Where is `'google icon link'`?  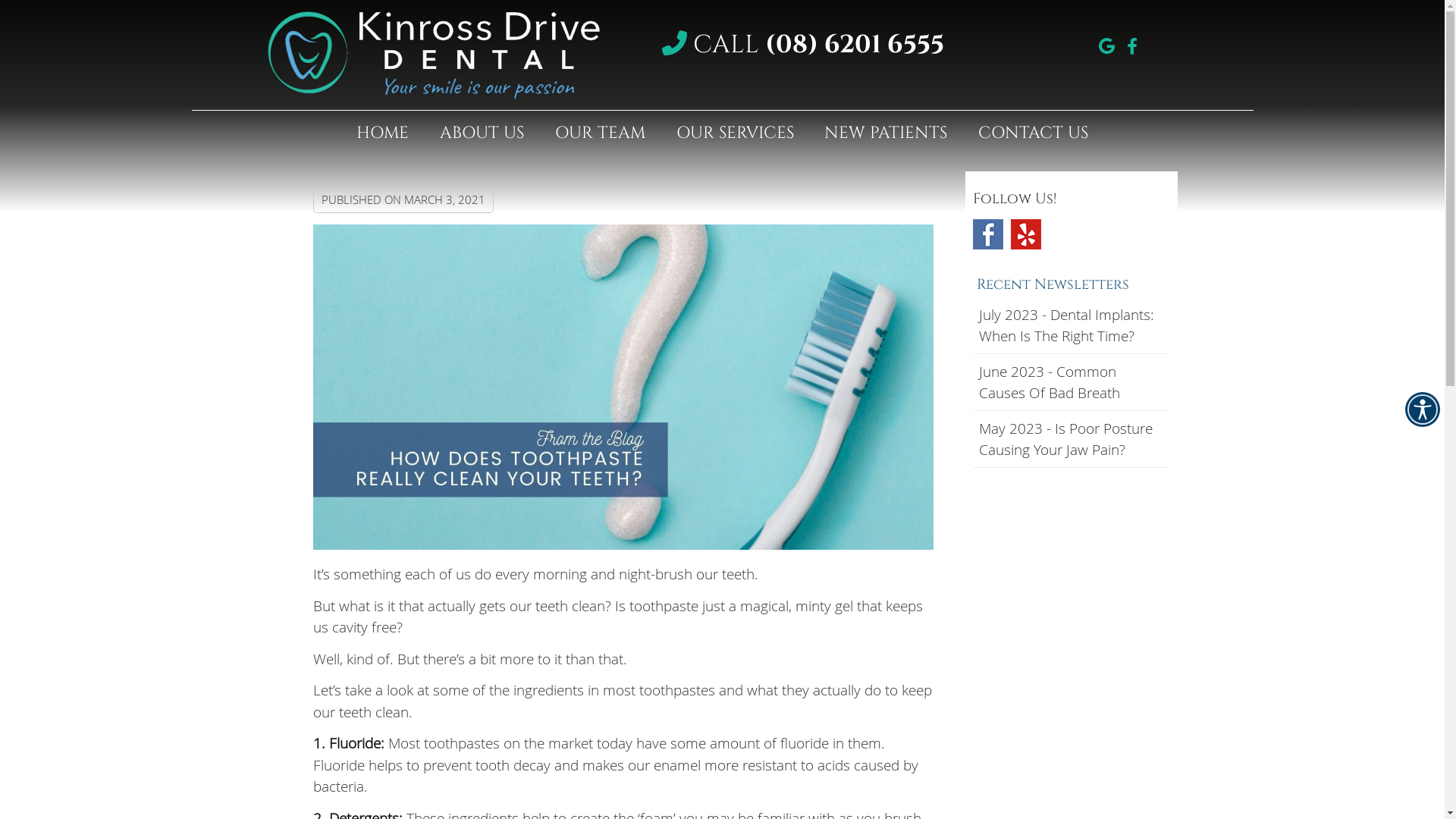 'google icon link' is located at coordinates (1106, 43).